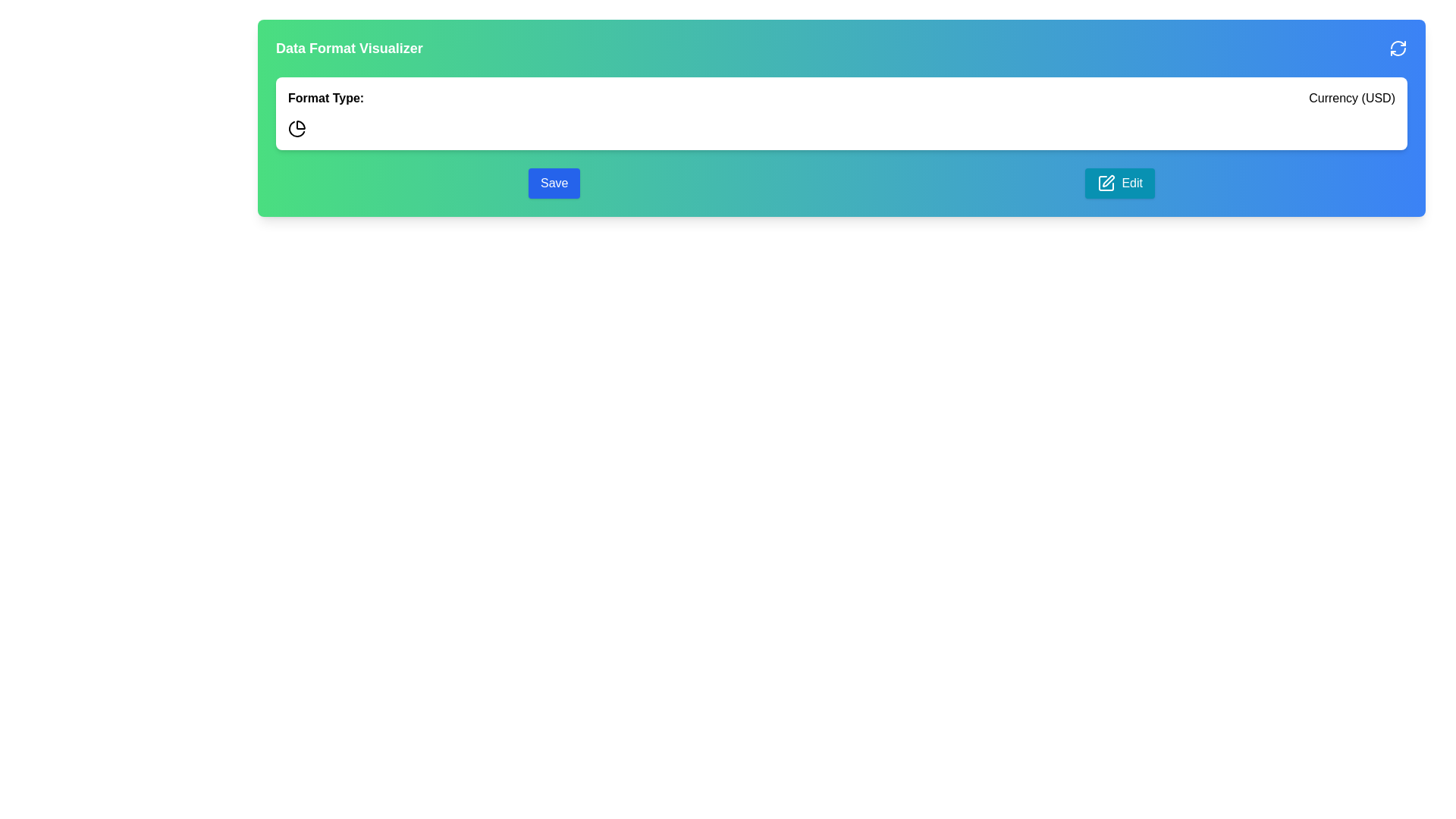 This screenshot has width=1456, height=819. Describe the element at coordinates (554, 183) in the screenshot. I see `the 'Save' button, which has a blue background and white text` at that location.